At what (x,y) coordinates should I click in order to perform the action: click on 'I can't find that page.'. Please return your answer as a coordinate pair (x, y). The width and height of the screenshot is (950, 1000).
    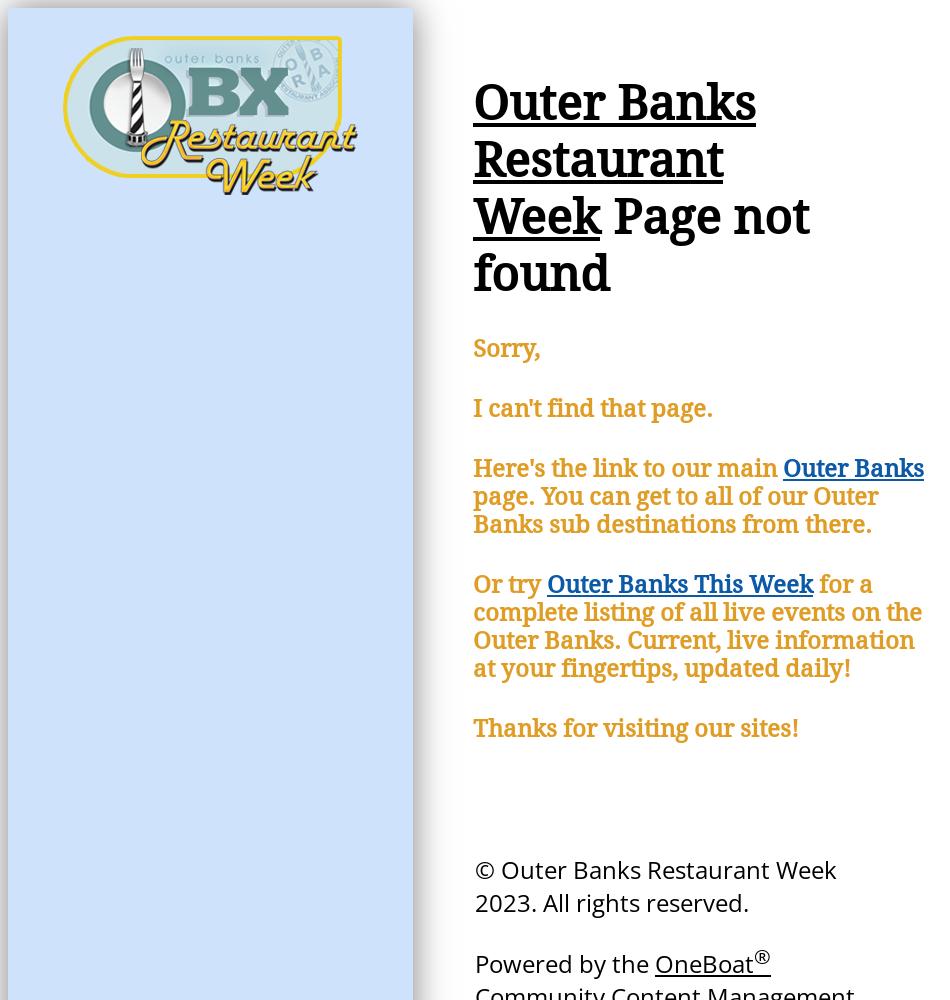
    Looking at the image, I should click on (592, 409).